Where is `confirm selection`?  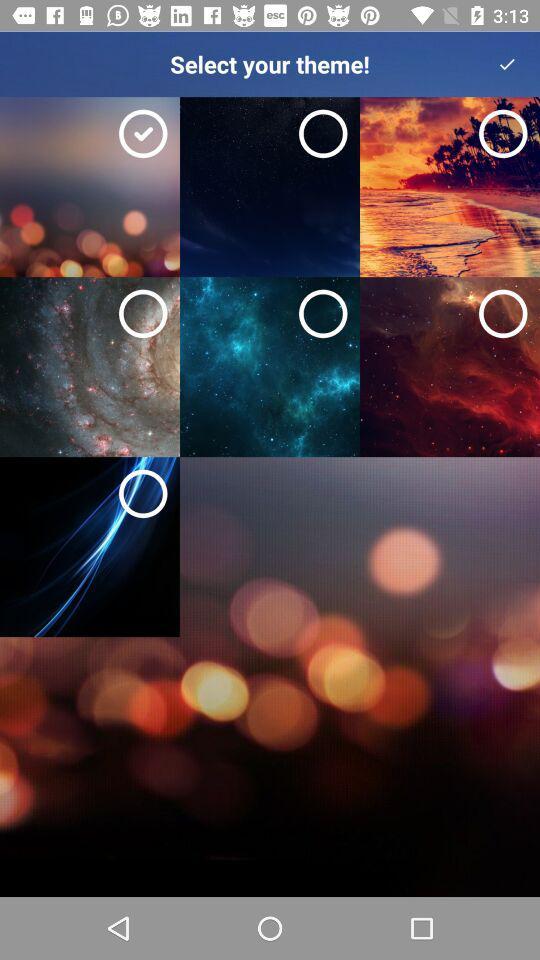
confirm selection is located at coordinates (507, 64).